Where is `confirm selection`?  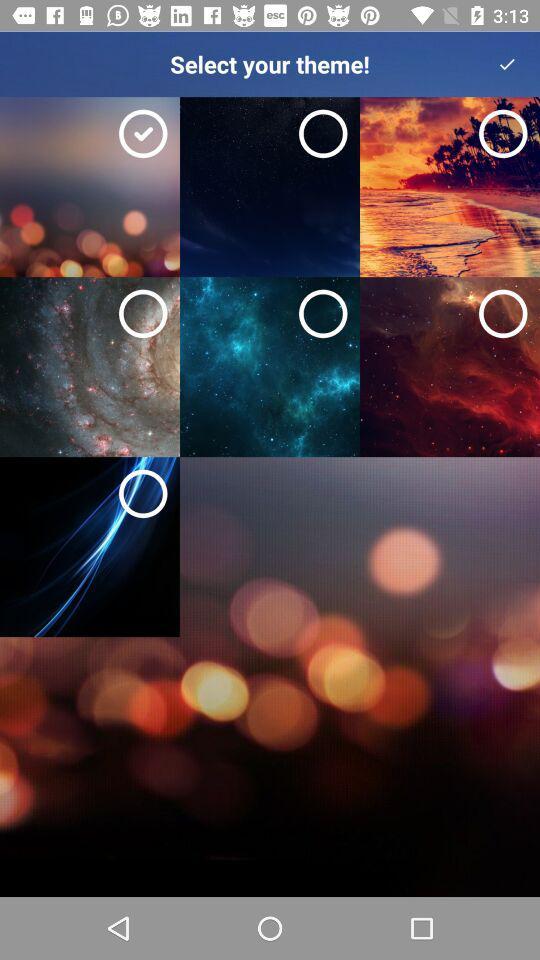
confirm selection is located at coordinates (507, 64).